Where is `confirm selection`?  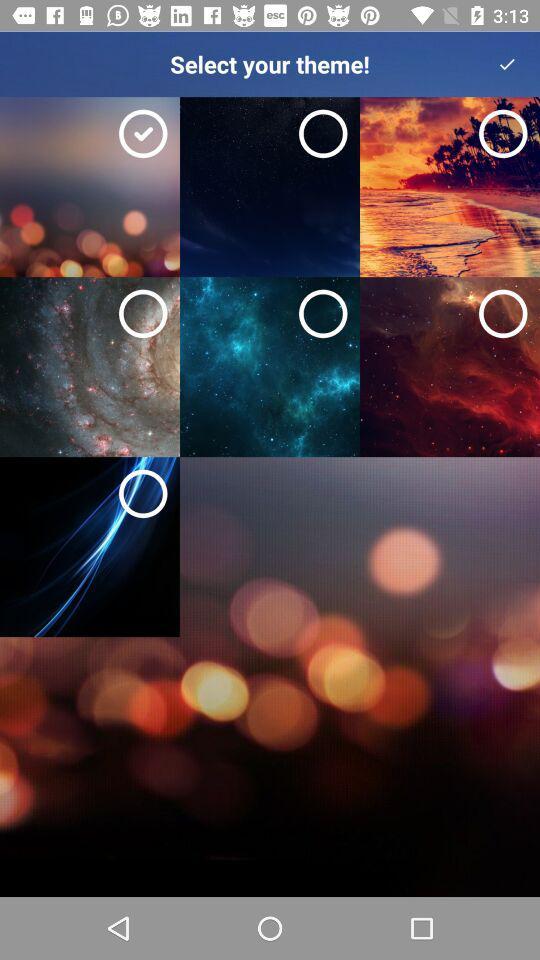
confirm selection is located at coordinates (507, 64).